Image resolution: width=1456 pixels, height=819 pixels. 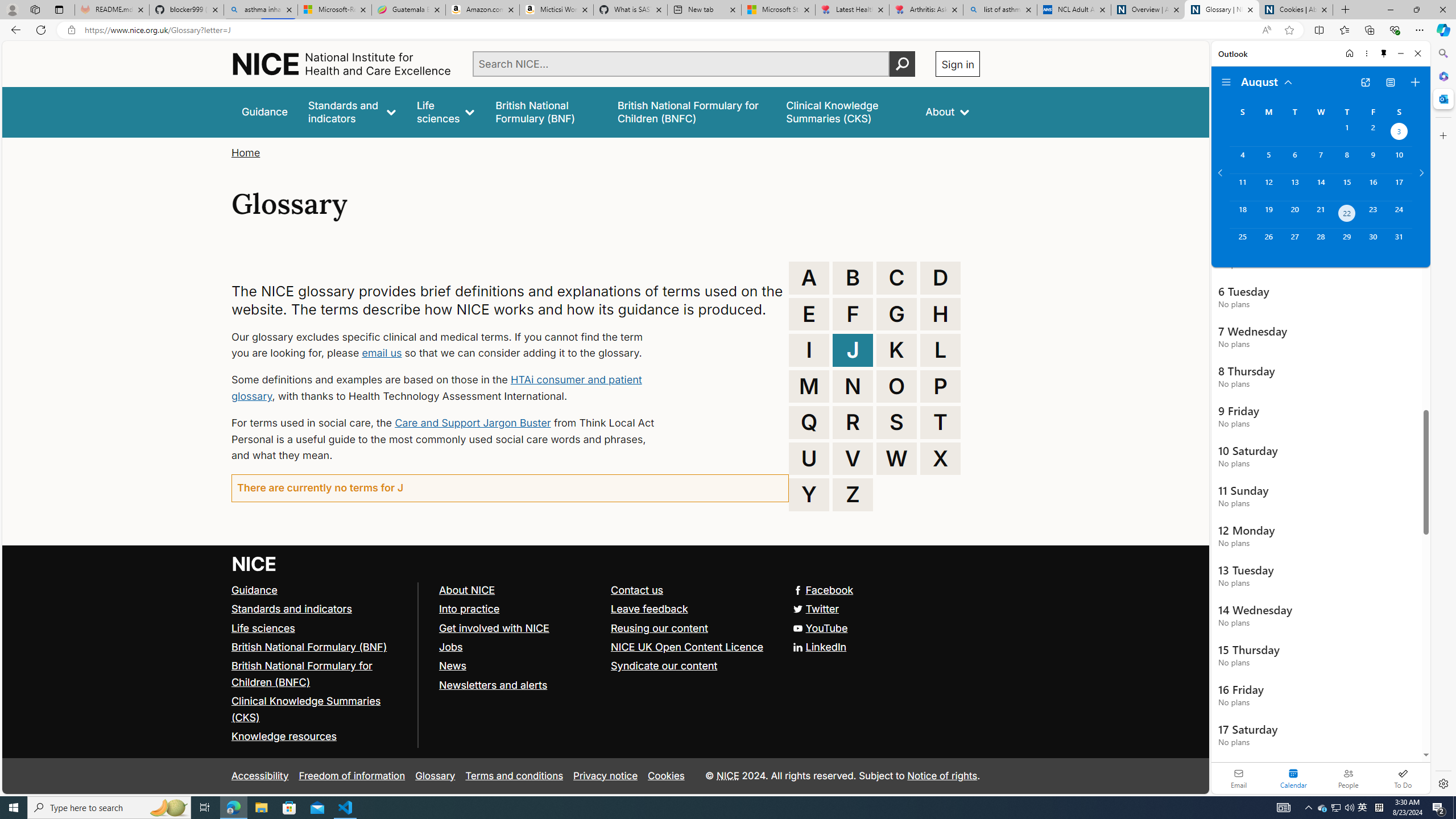 What do you see at coordinates (820, 646) in the screenshot?
I see `'LinkedIn'` at bounding box center [820, 646].